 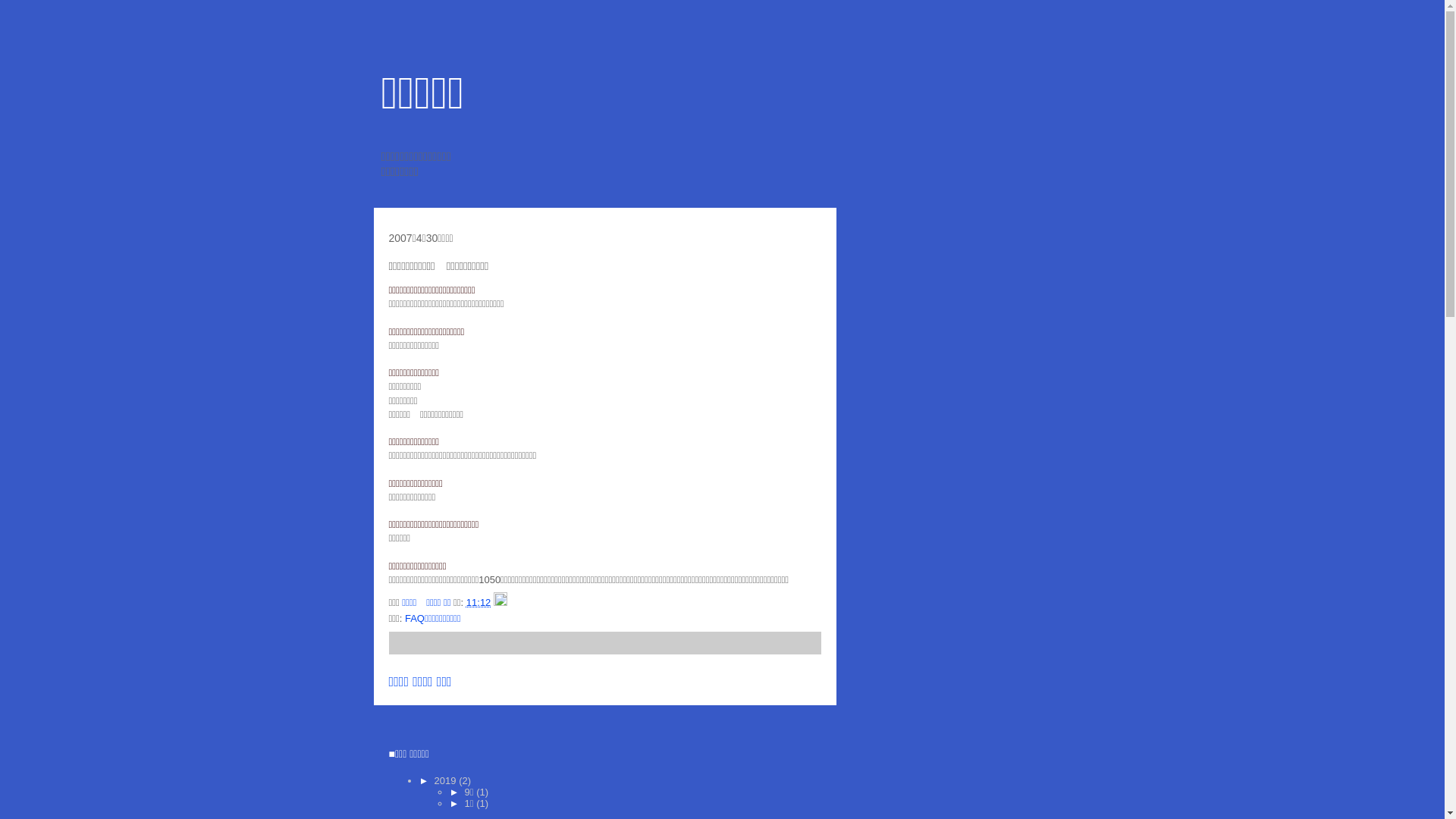 What do you see at coordinates (478, 601) in the screenshot?
I see `'11:12'` at bounding box center [478, 601].